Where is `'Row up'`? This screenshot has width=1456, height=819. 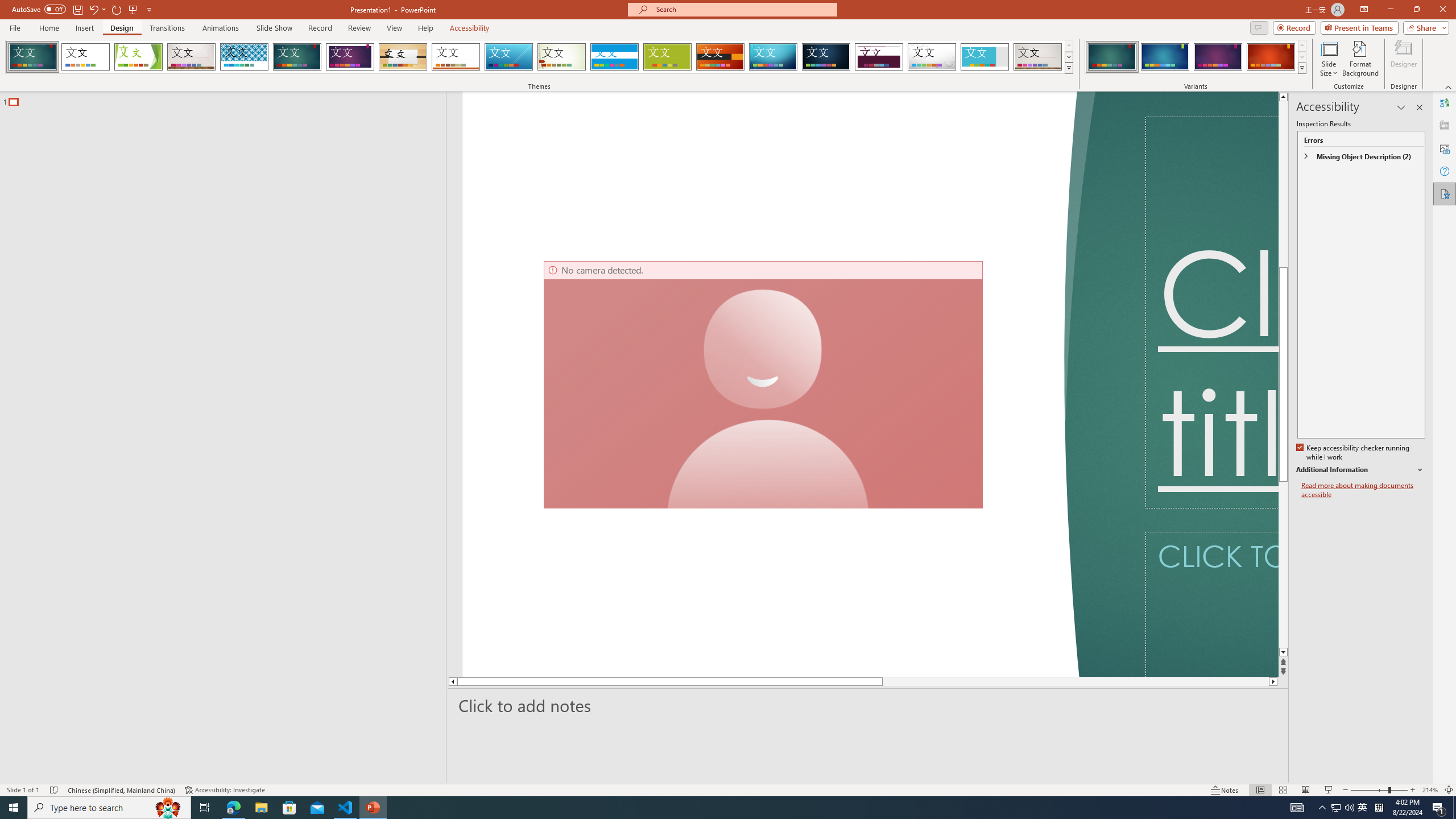 'Row up' is located at coordinates (1301, 45).